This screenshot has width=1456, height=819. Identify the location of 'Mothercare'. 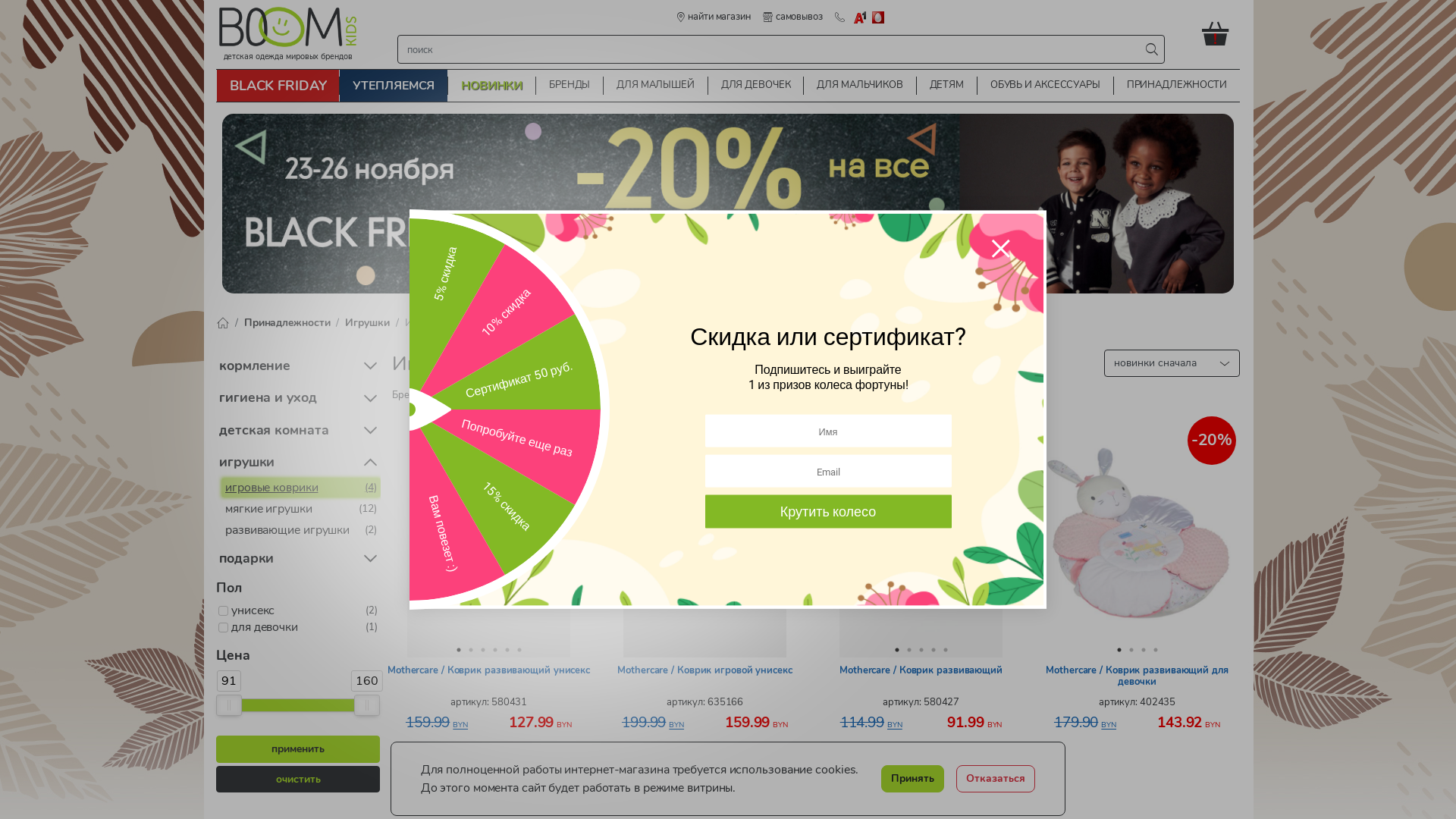
(457, 394).